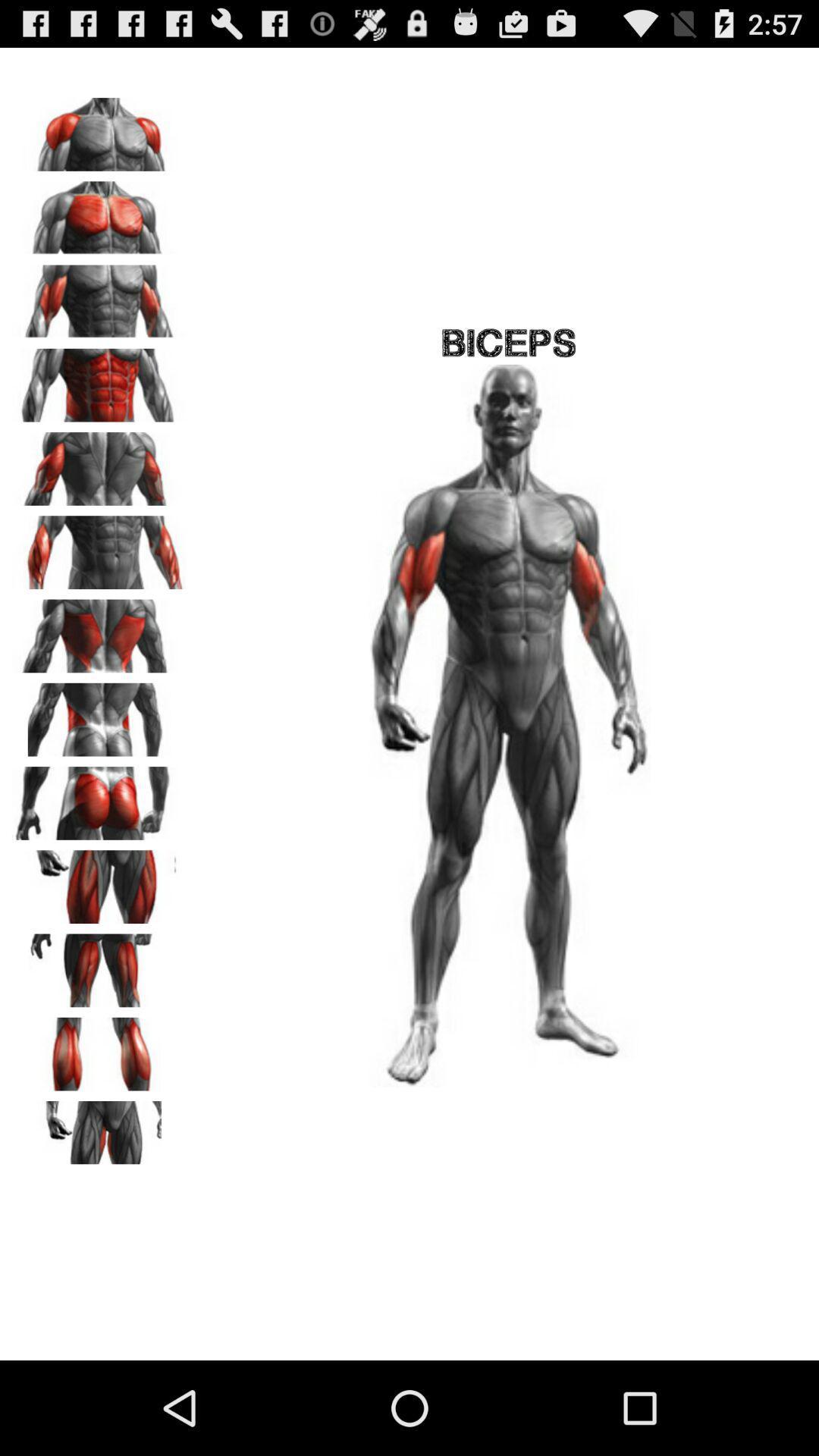  I want to click on see inner thigh exercises, so click(99, 1132).